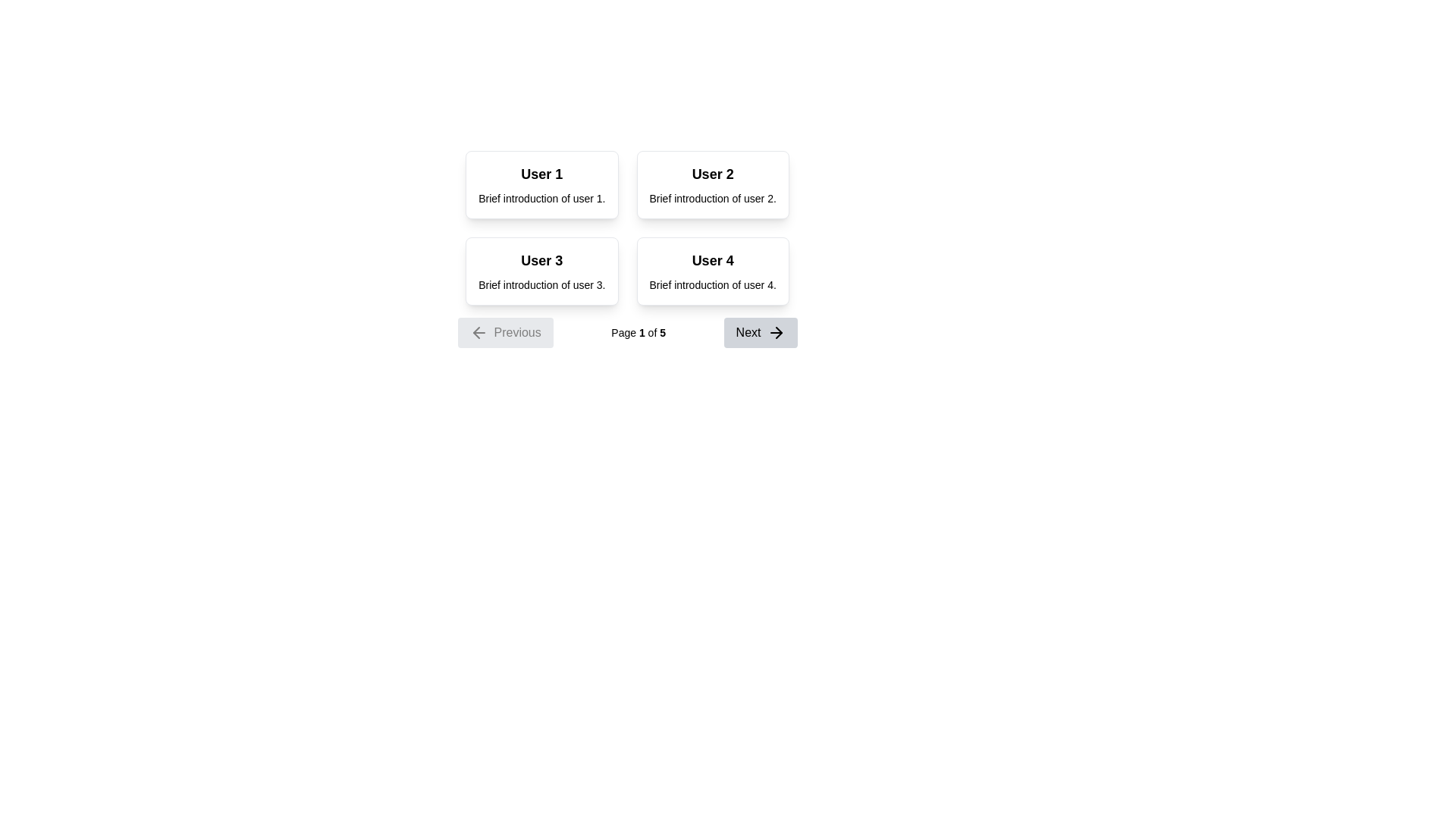  I want to click on the static text indicating the current page number in the pagination system, located between 'Previous' and 'Next' buttons at the center bottom of the interface, so click(642, 332).